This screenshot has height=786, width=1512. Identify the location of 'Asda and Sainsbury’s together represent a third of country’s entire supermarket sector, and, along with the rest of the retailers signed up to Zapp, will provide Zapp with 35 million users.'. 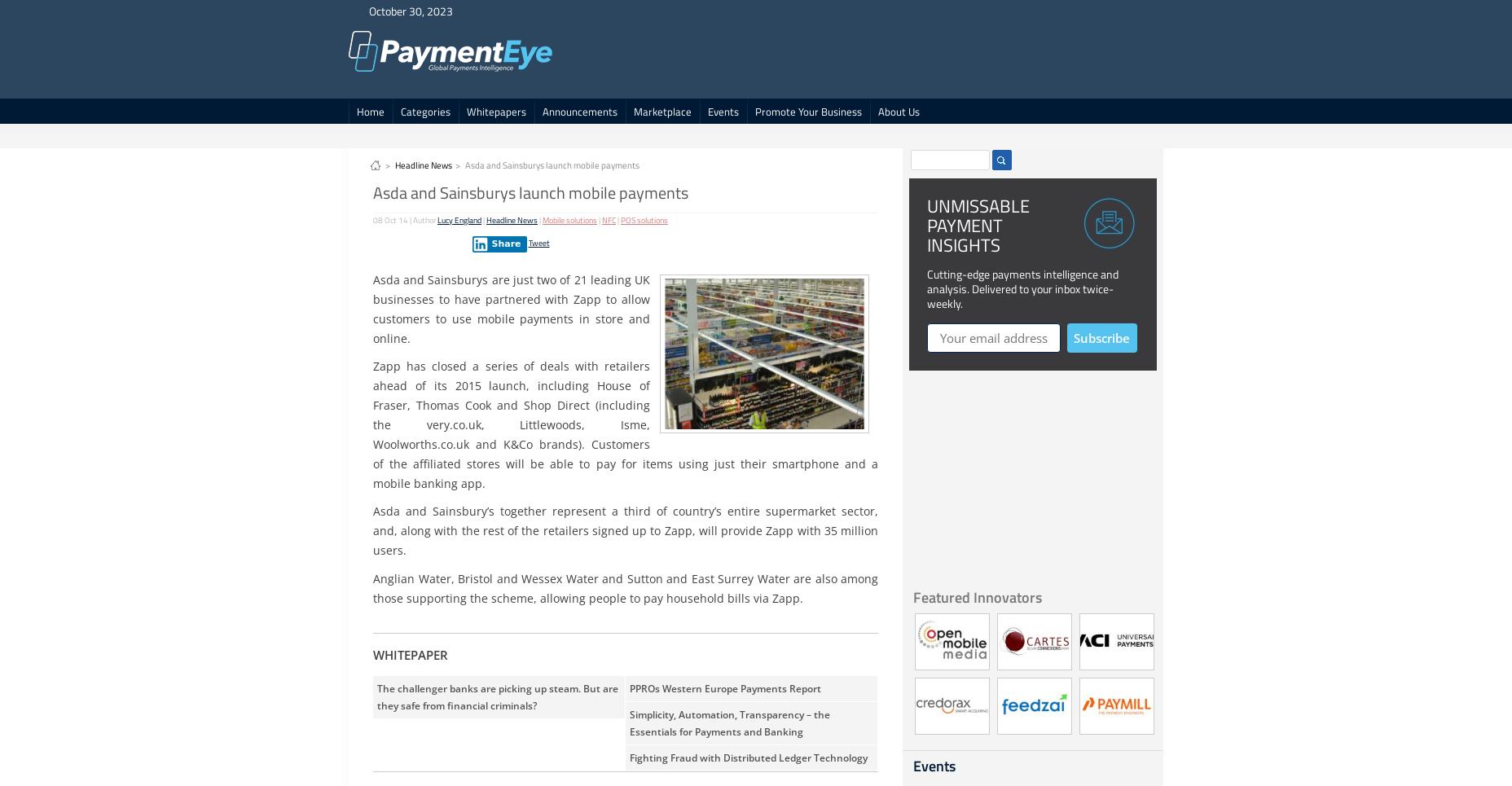
(625, 530).